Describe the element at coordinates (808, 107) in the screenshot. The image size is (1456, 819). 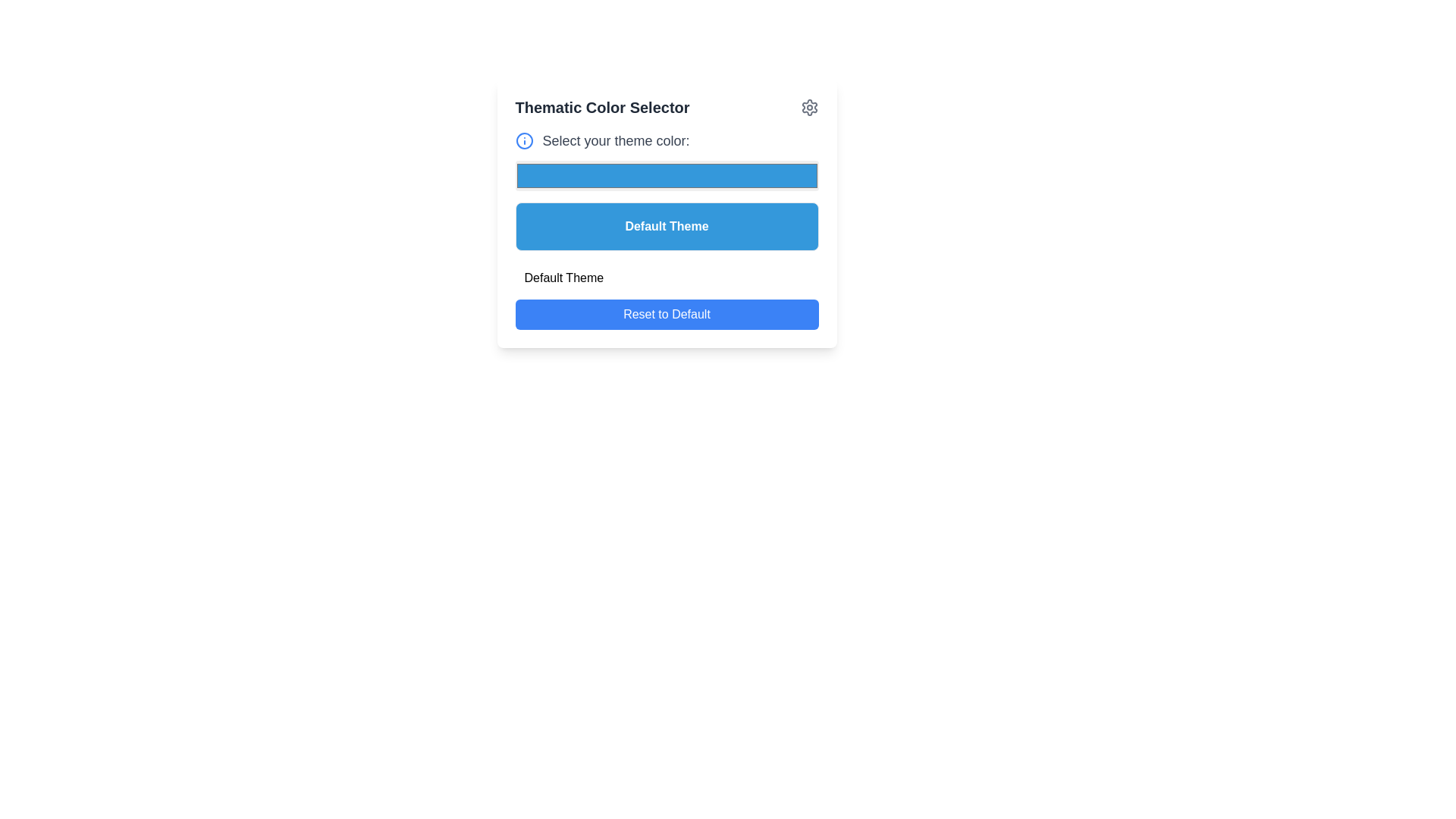
I see `the gear icon in the top-right corner of the 'Thematic Color Selector' card` at that location.